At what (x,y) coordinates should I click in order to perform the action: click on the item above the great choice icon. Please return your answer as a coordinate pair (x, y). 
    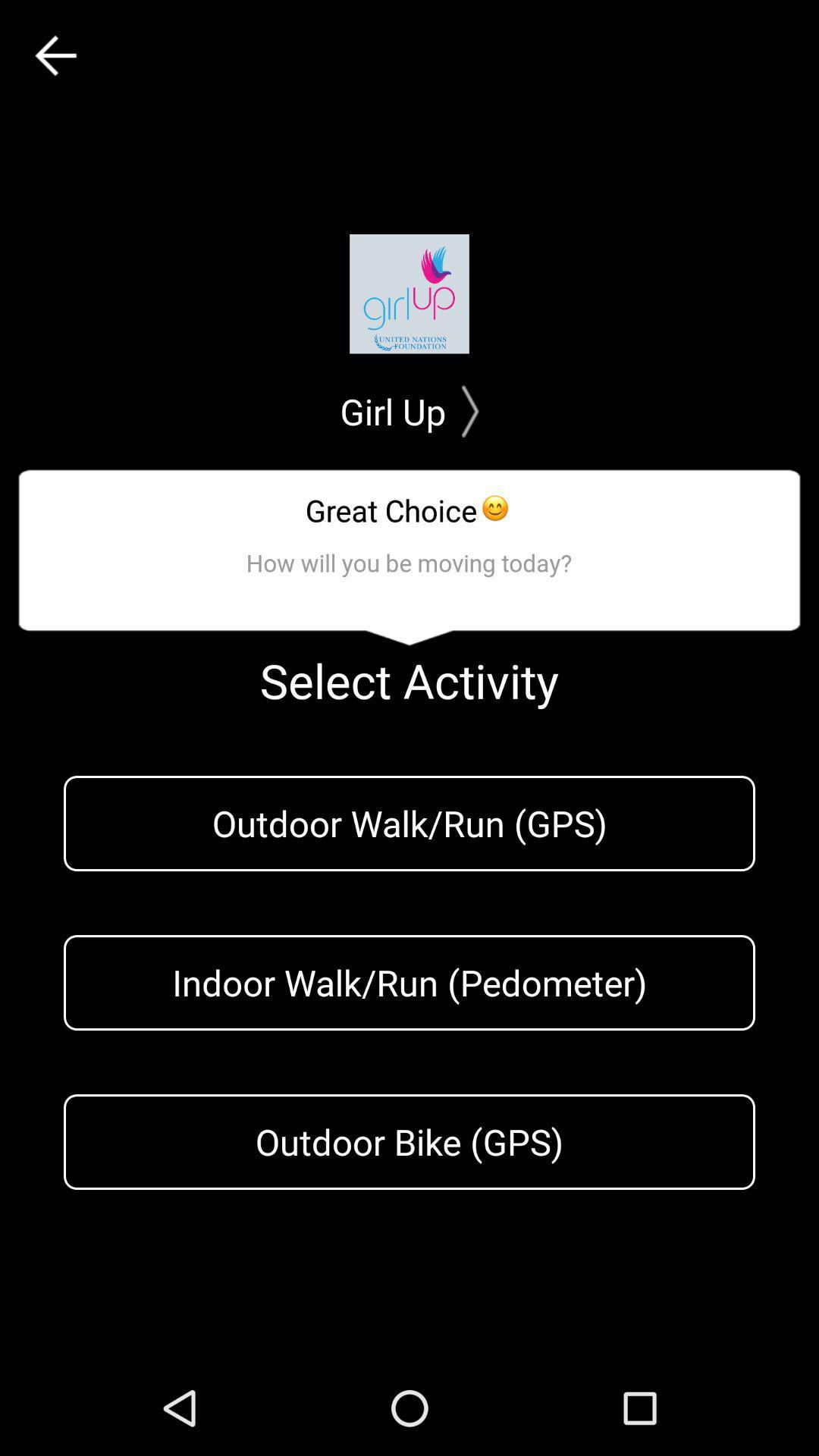
    Looking at the image, I should click on (409, 411).